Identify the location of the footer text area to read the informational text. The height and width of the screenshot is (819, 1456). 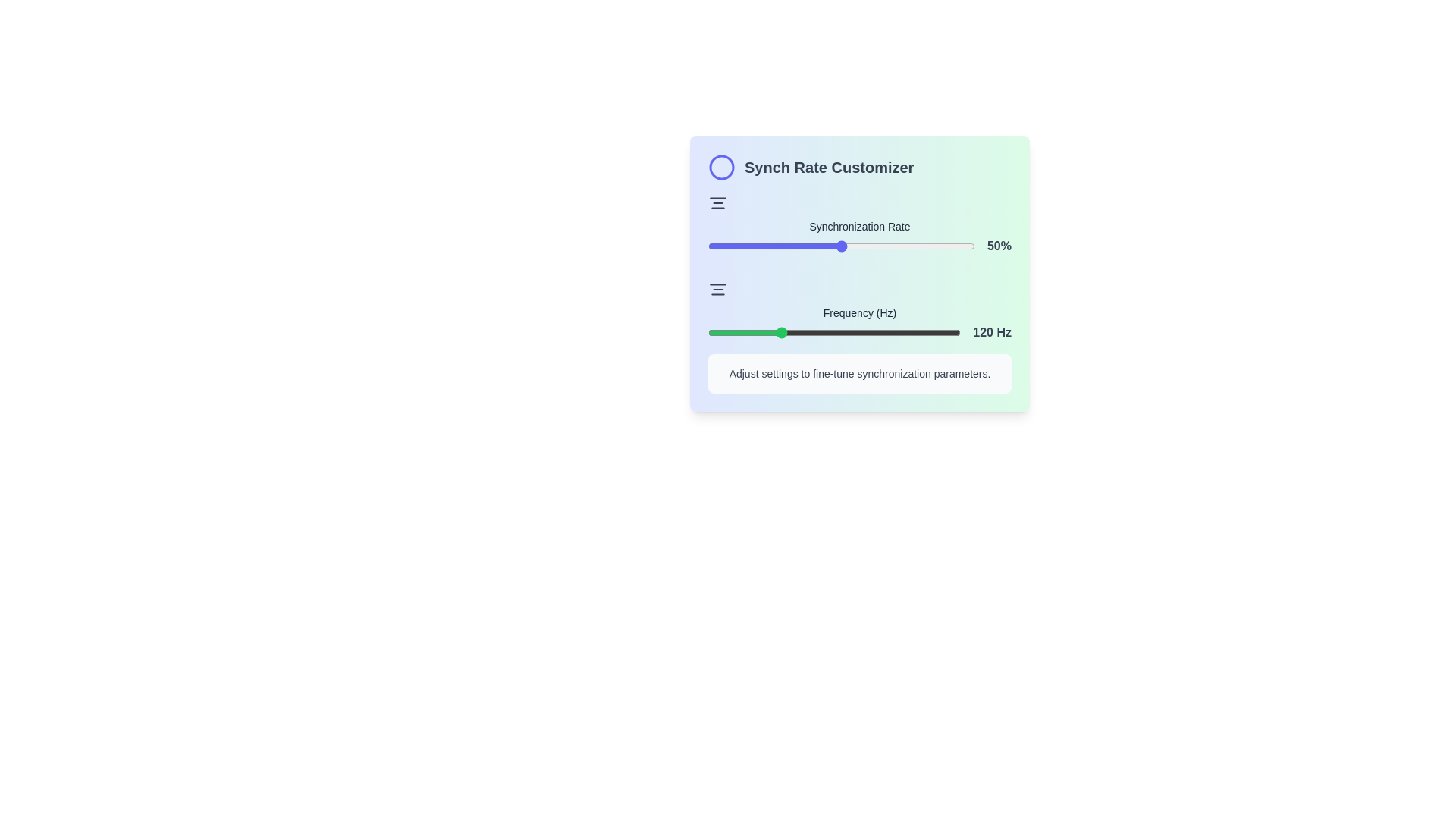
(859, 374).